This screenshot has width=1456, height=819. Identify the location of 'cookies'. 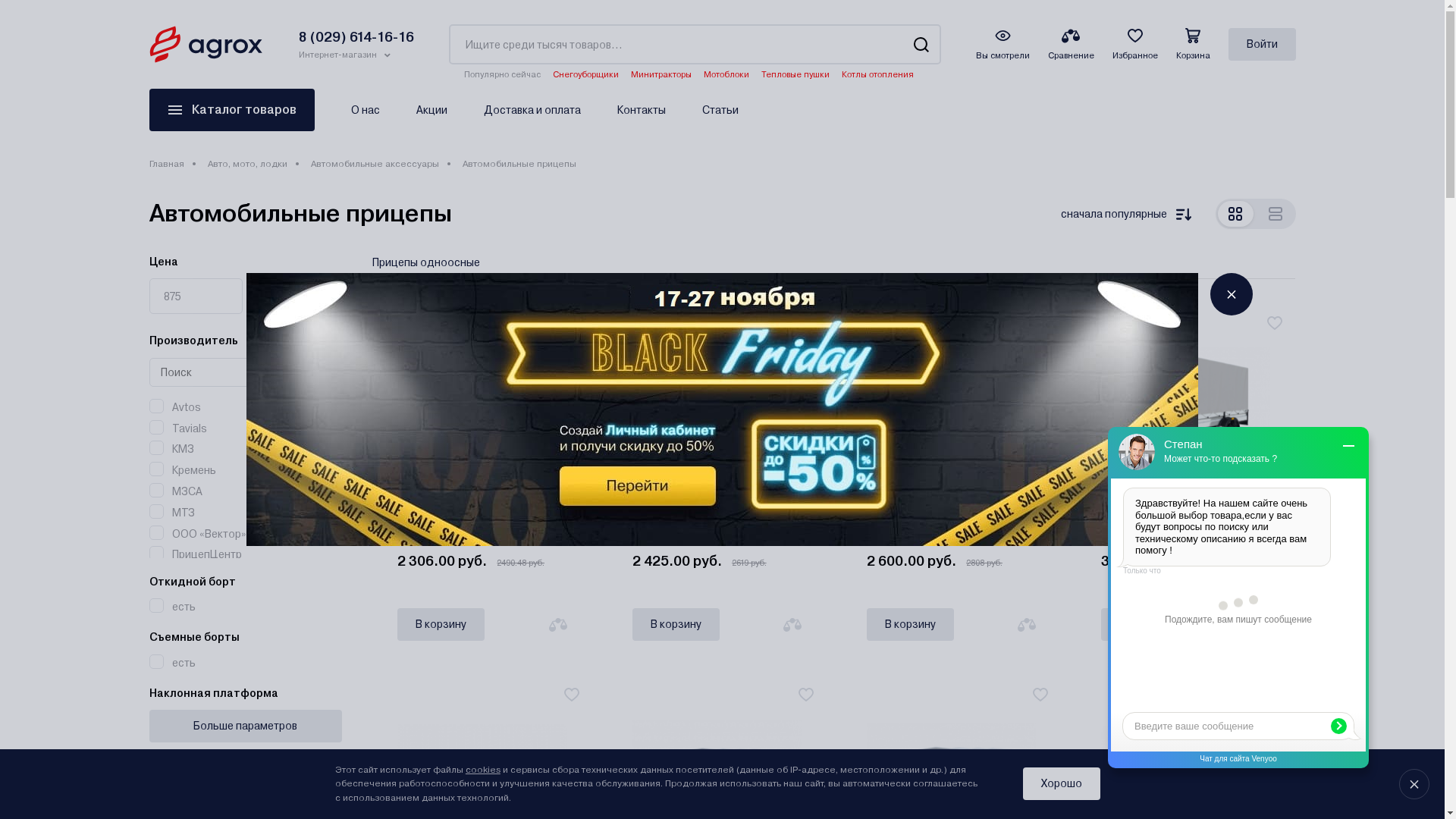
(482, 769).